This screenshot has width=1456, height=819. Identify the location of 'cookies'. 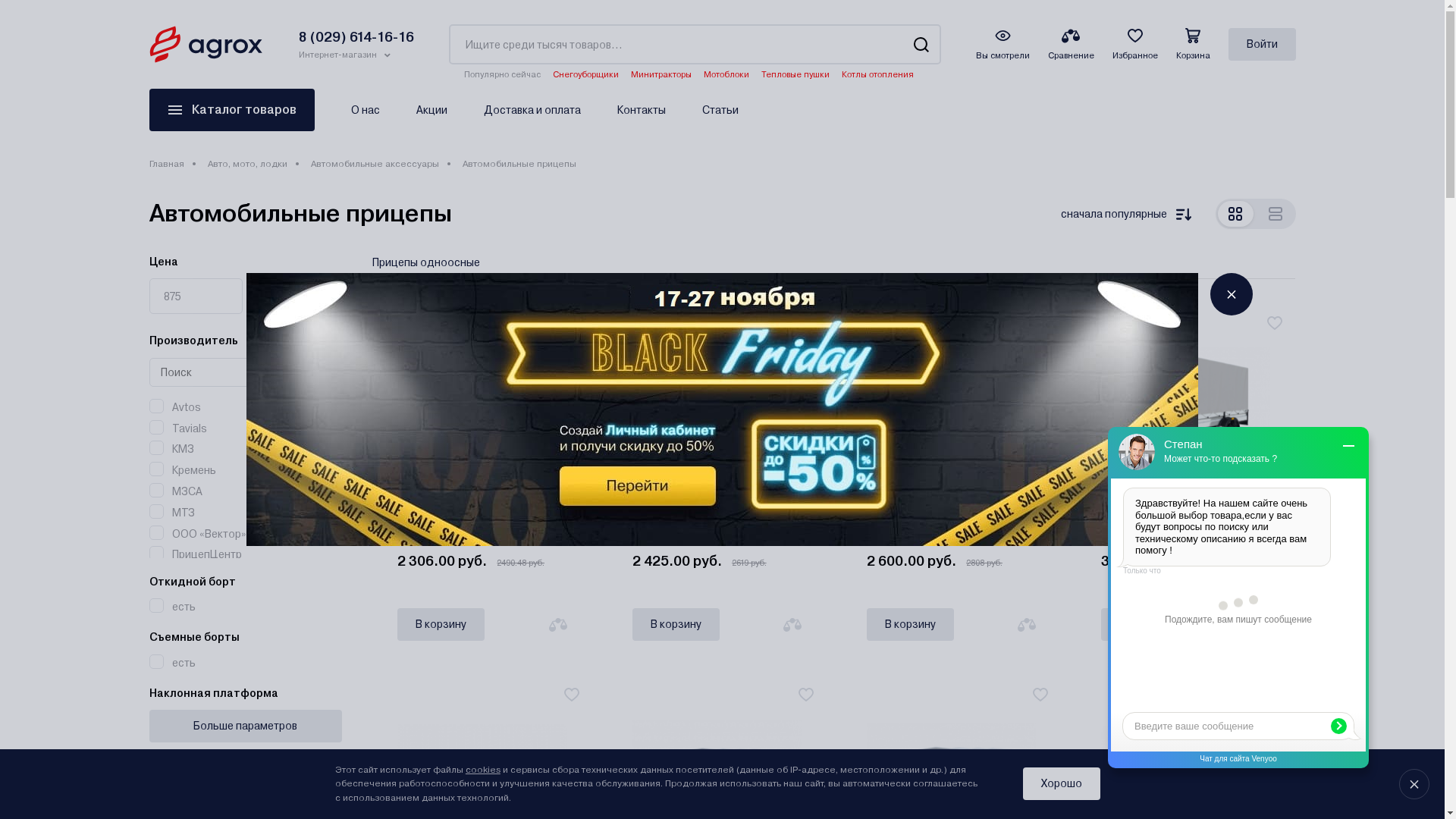
(482, 769).